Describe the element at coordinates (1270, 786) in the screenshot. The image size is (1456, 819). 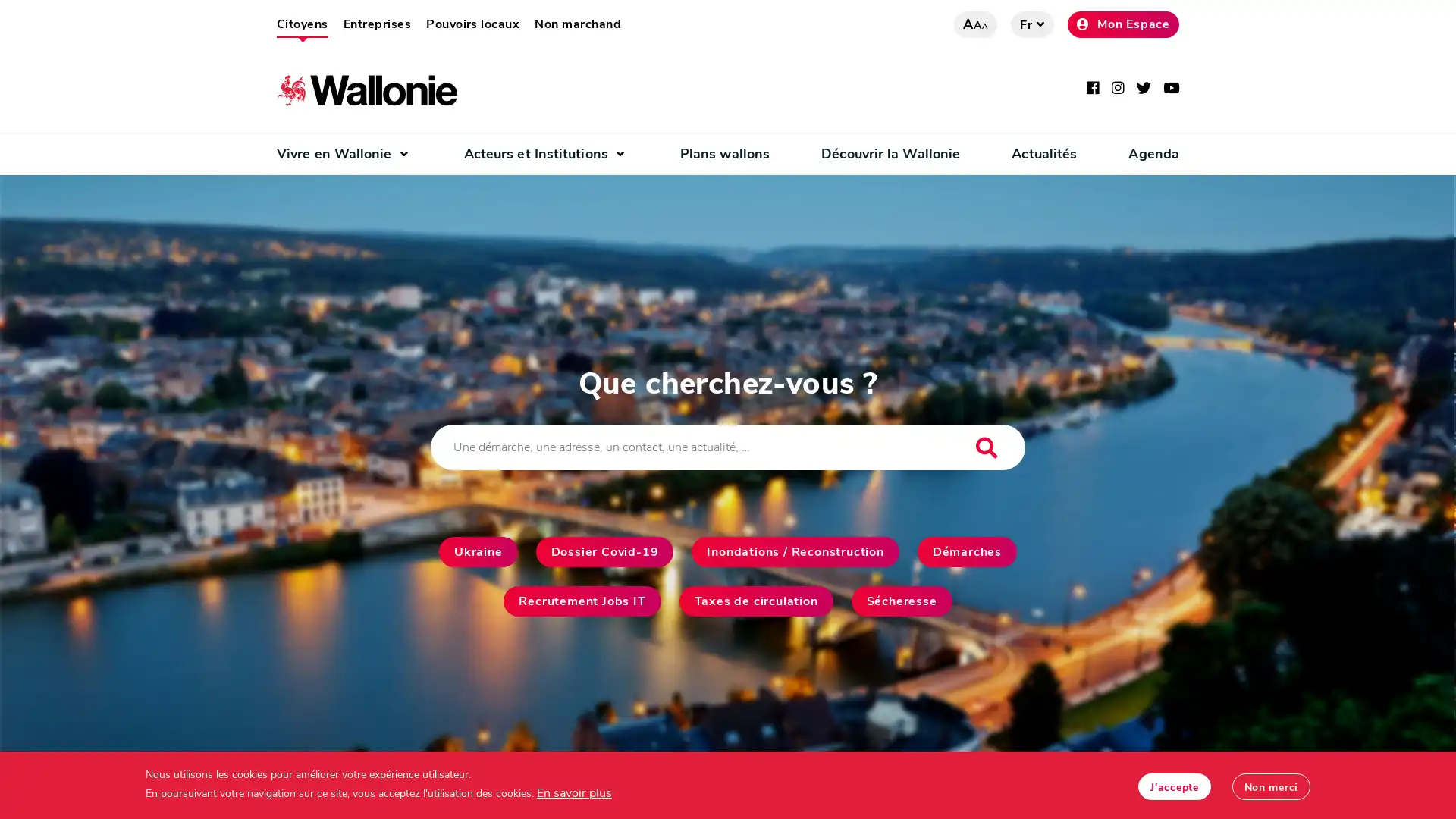
I see `Non merci` at that location.